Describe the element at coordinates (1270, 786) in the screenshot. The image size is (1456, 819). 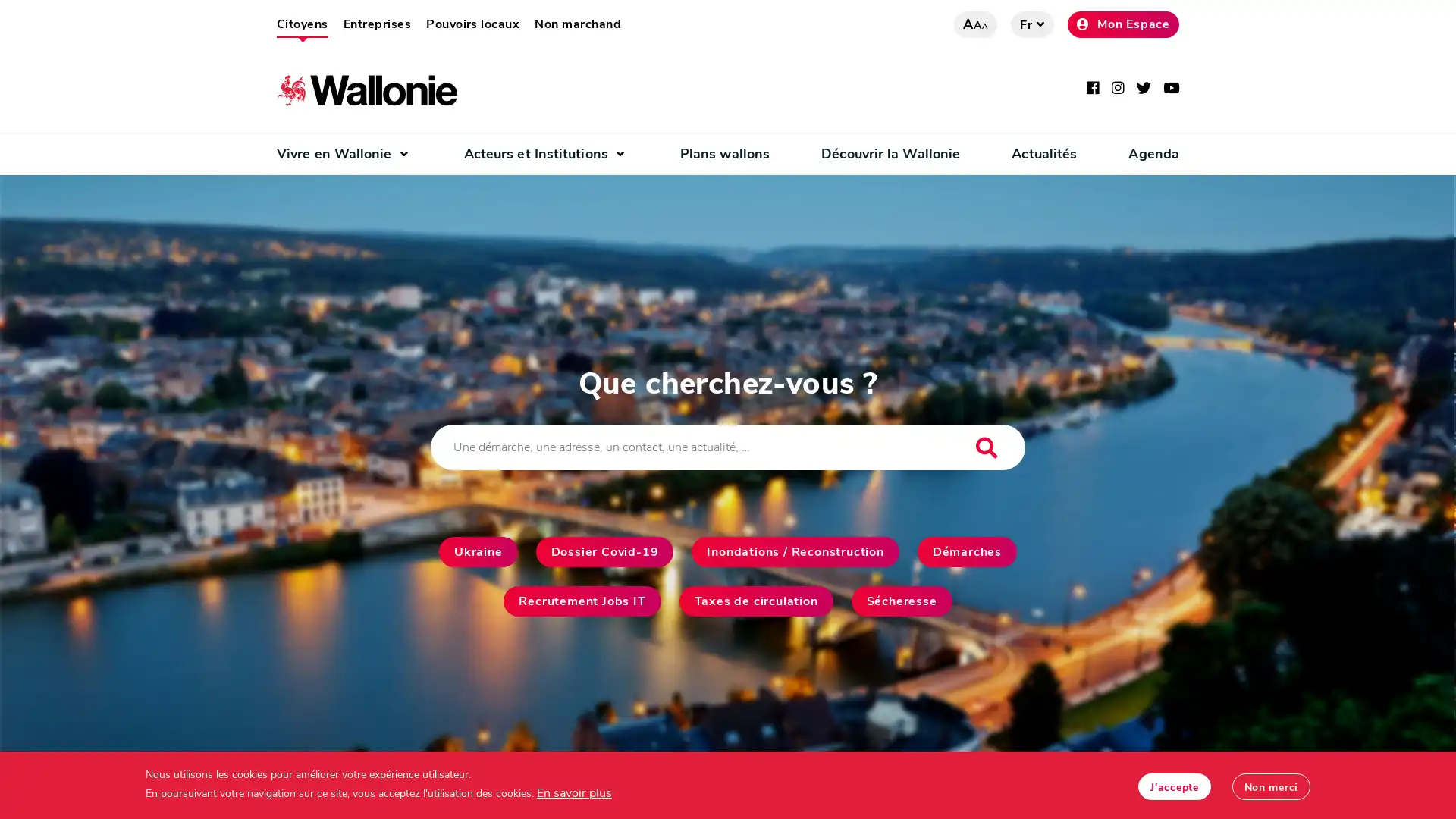
I see `Non merci` at that location.